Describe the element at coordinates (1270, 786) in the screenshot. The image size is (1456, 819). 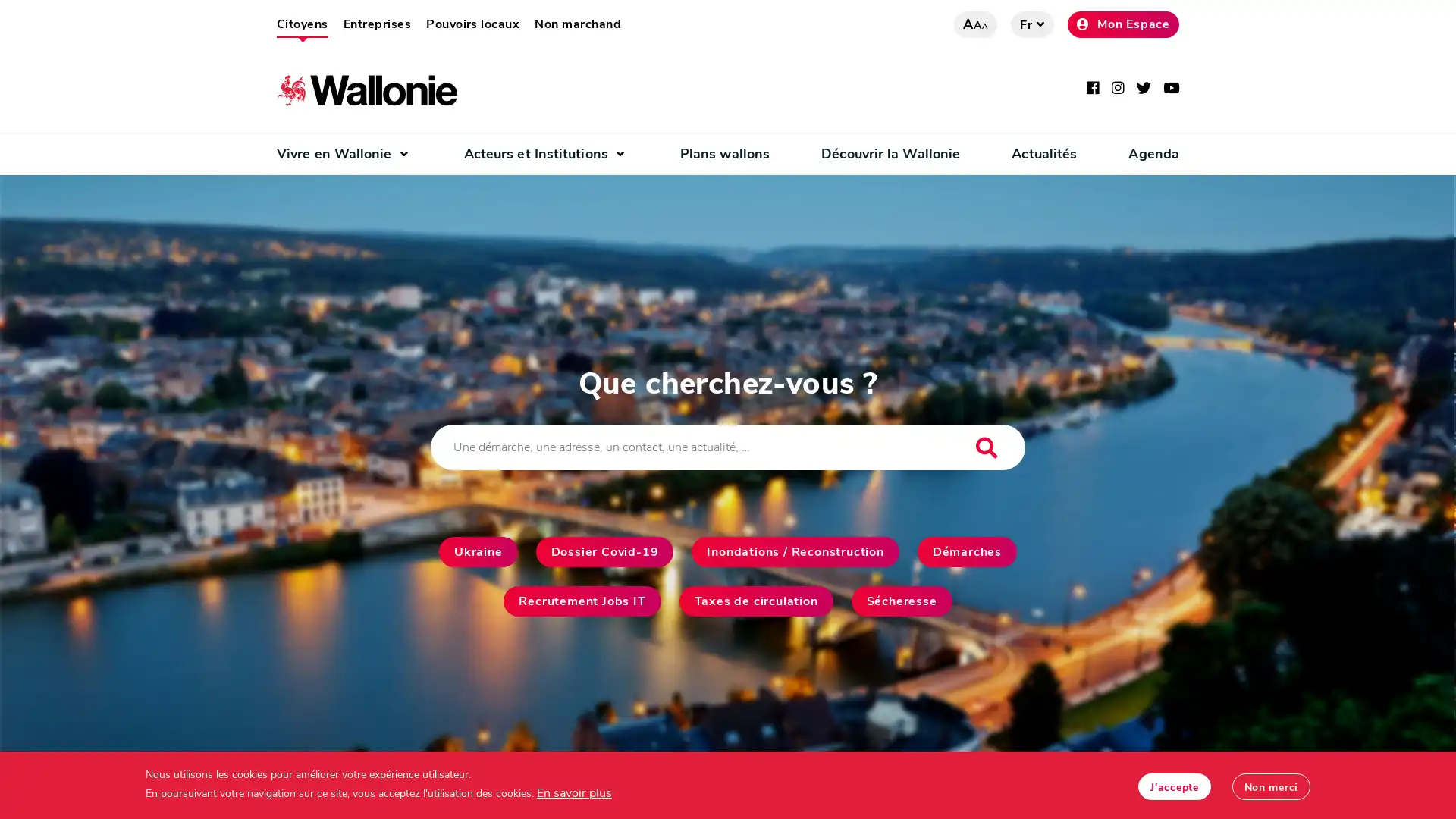
I see `Non merci` at that location.